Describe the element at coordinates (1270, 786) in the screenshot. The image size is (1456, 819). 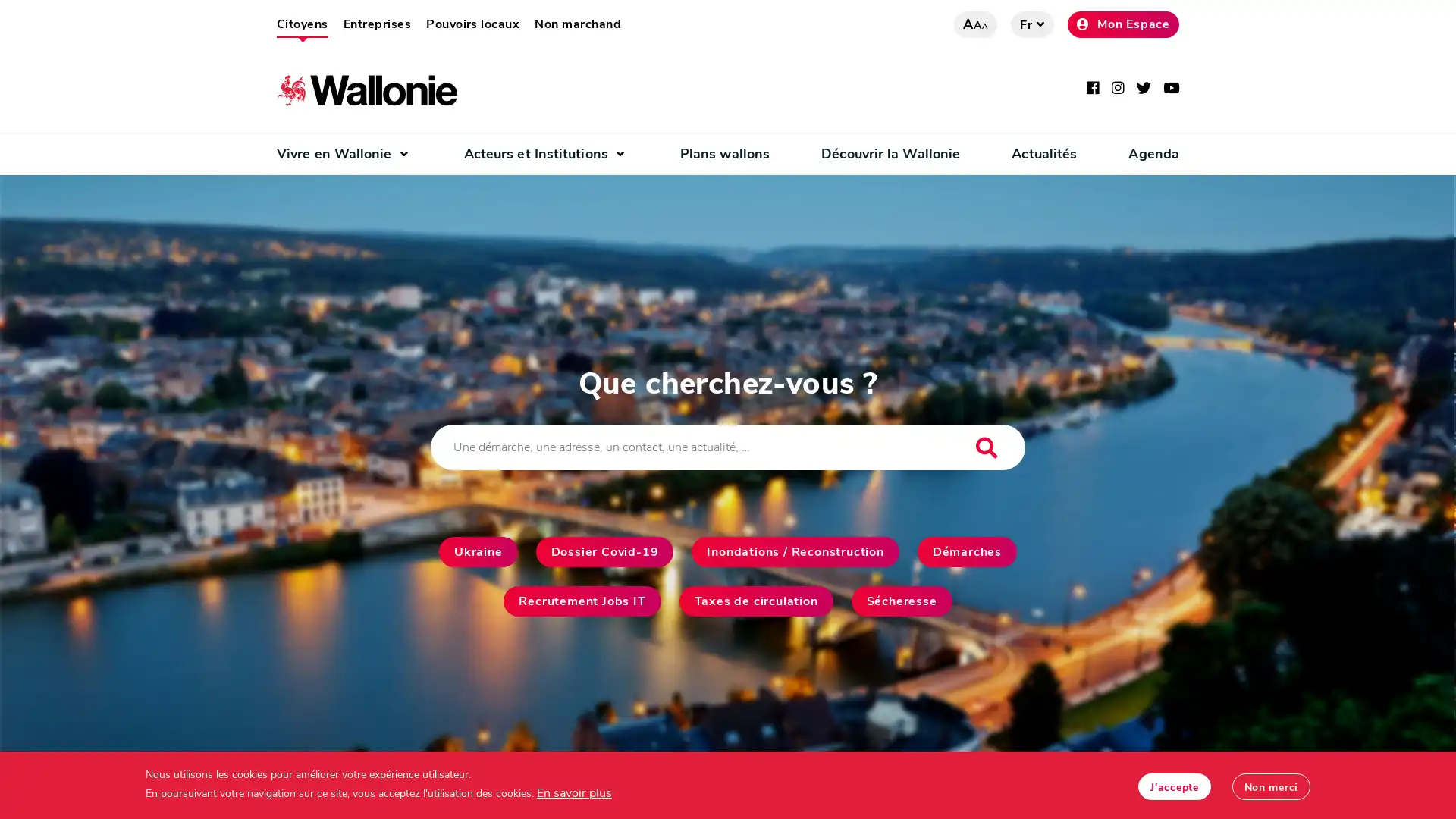
I see `Non merci` at that location.